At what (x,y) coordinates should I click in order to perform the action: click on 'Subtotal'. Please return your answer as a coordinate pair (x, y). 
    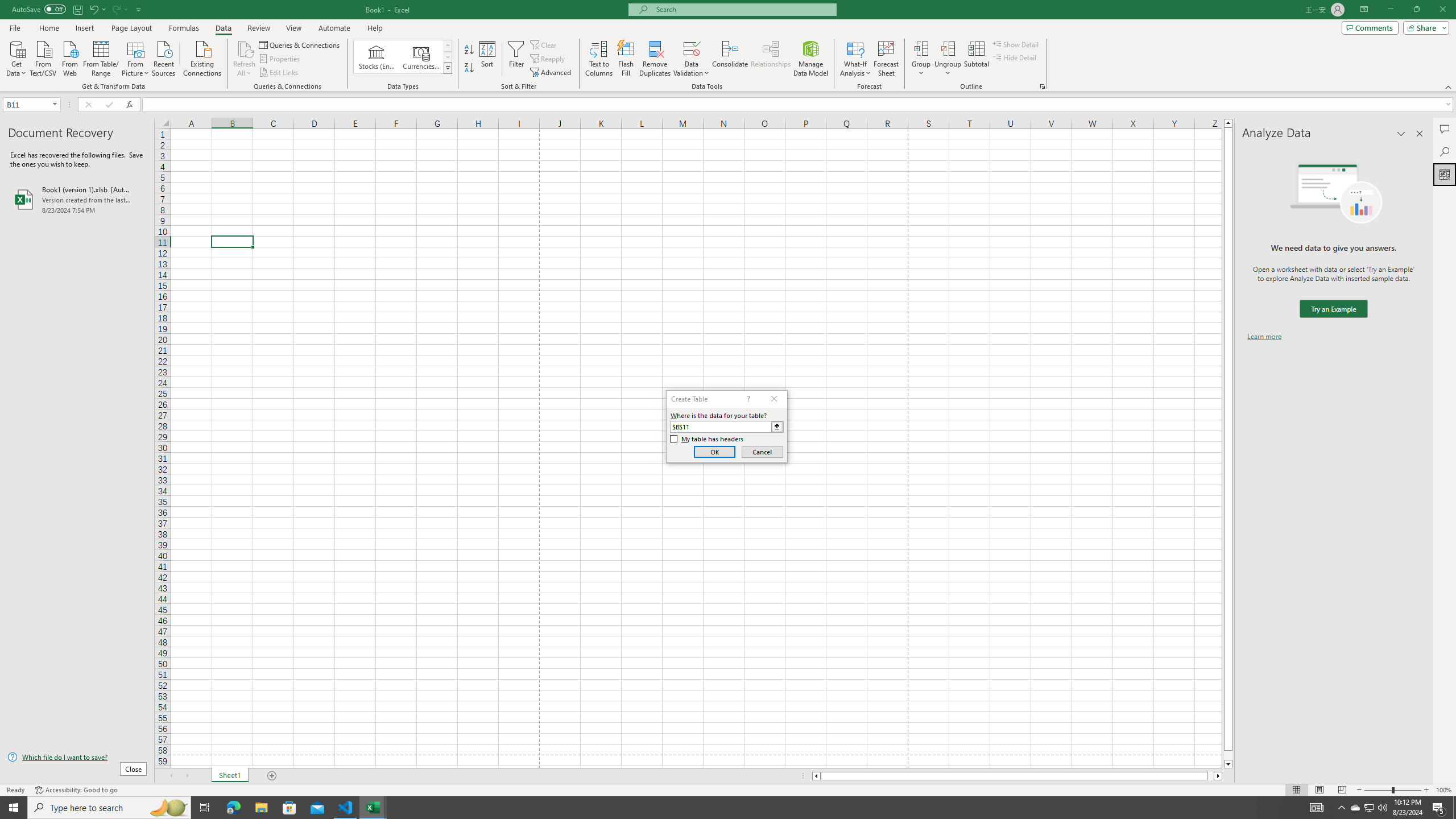
    Looking at the image, I should click on (976, 59).